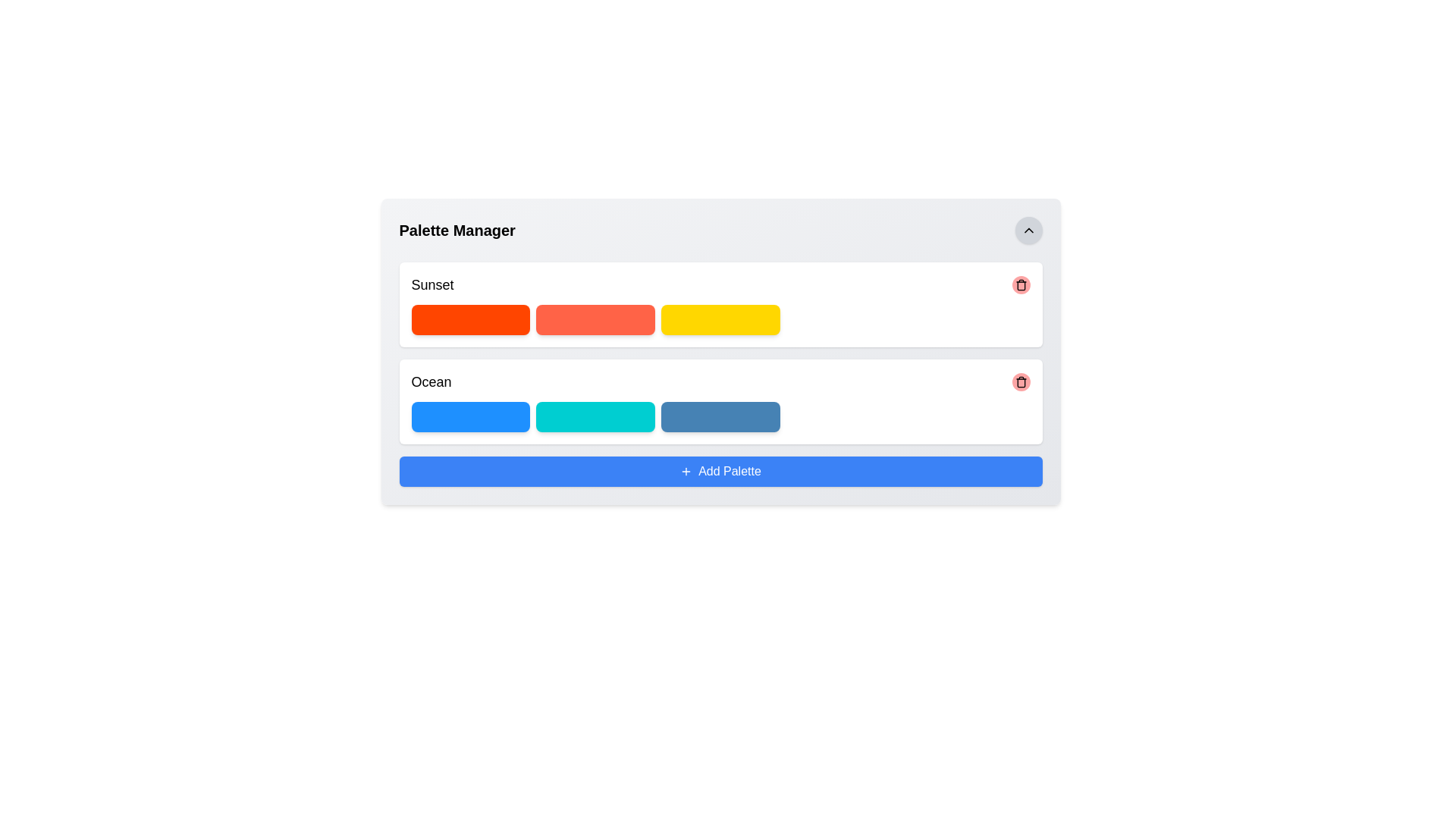 The width and height of the screenshot is (1456, 819). Describe the element at coordinates (1021, 381) in the screenshot. I see `the delete button located in the upper right part of the 'Ocean' palette group to trigger hover effects` at that location.